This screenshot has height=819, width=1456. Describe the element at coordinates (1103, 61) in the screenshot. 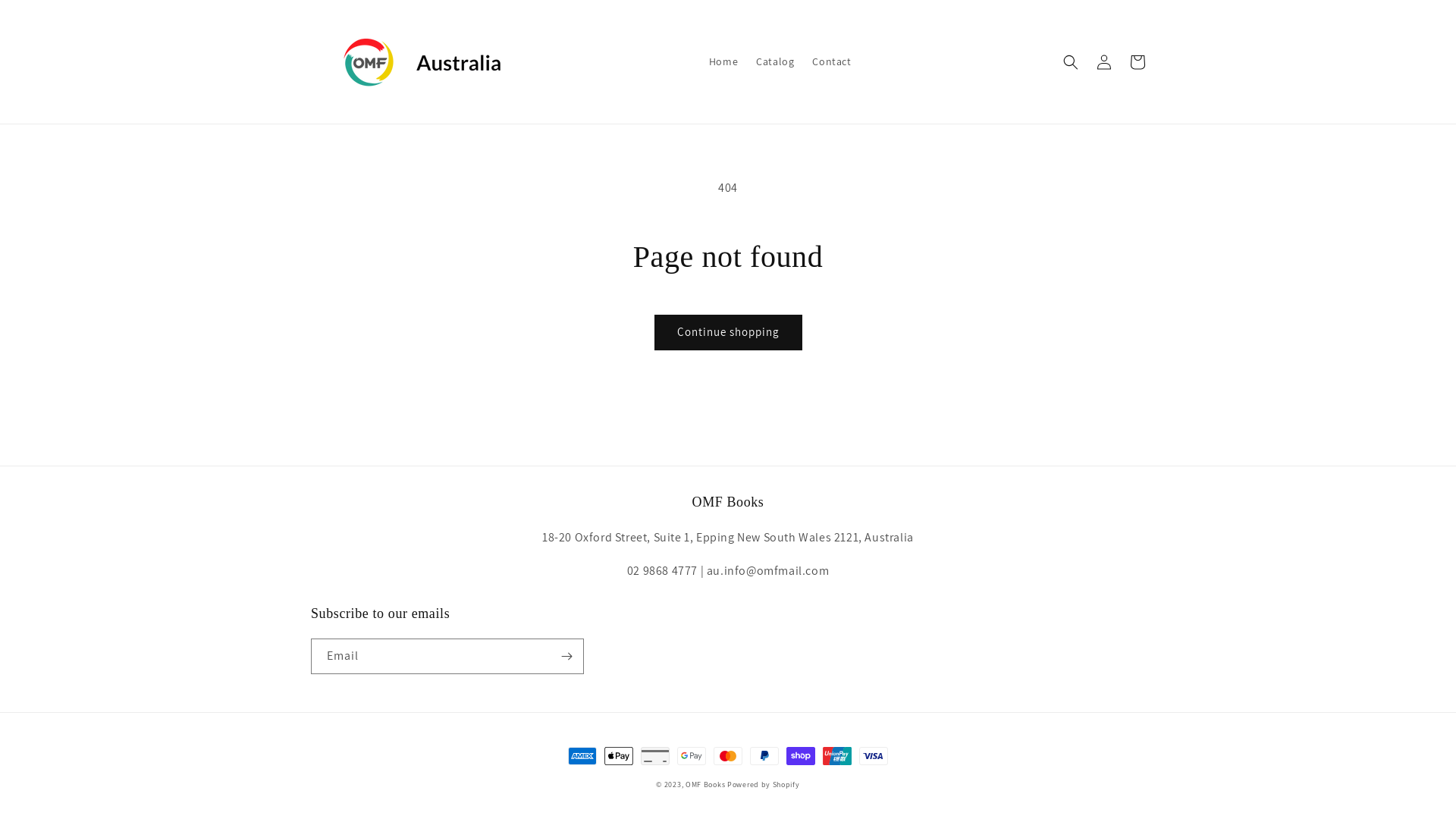

I see `'Log in'` at that location.